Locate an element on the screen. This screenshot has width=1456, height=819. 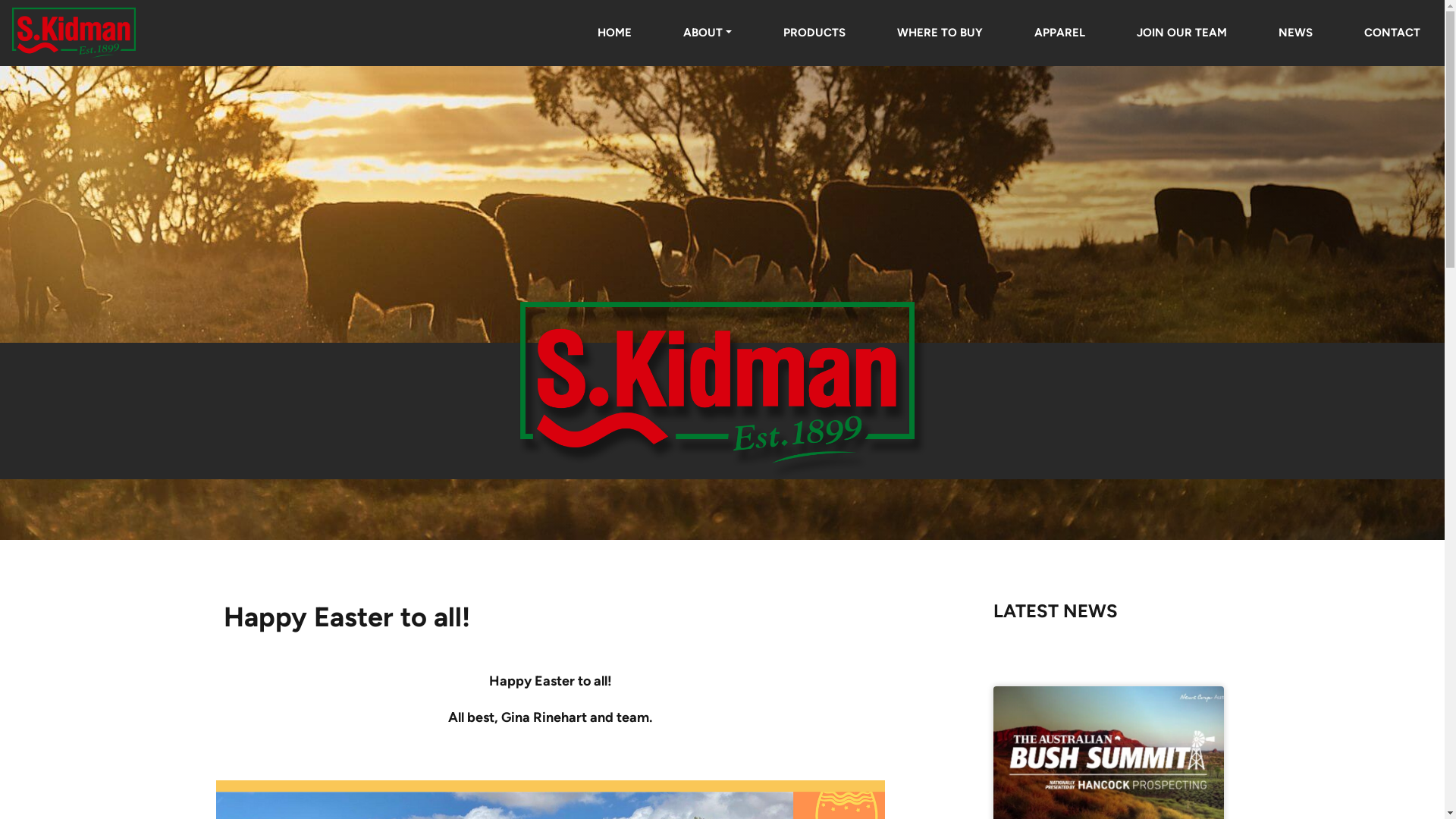
'CONTACT' is located at coordinates (1339, 32).